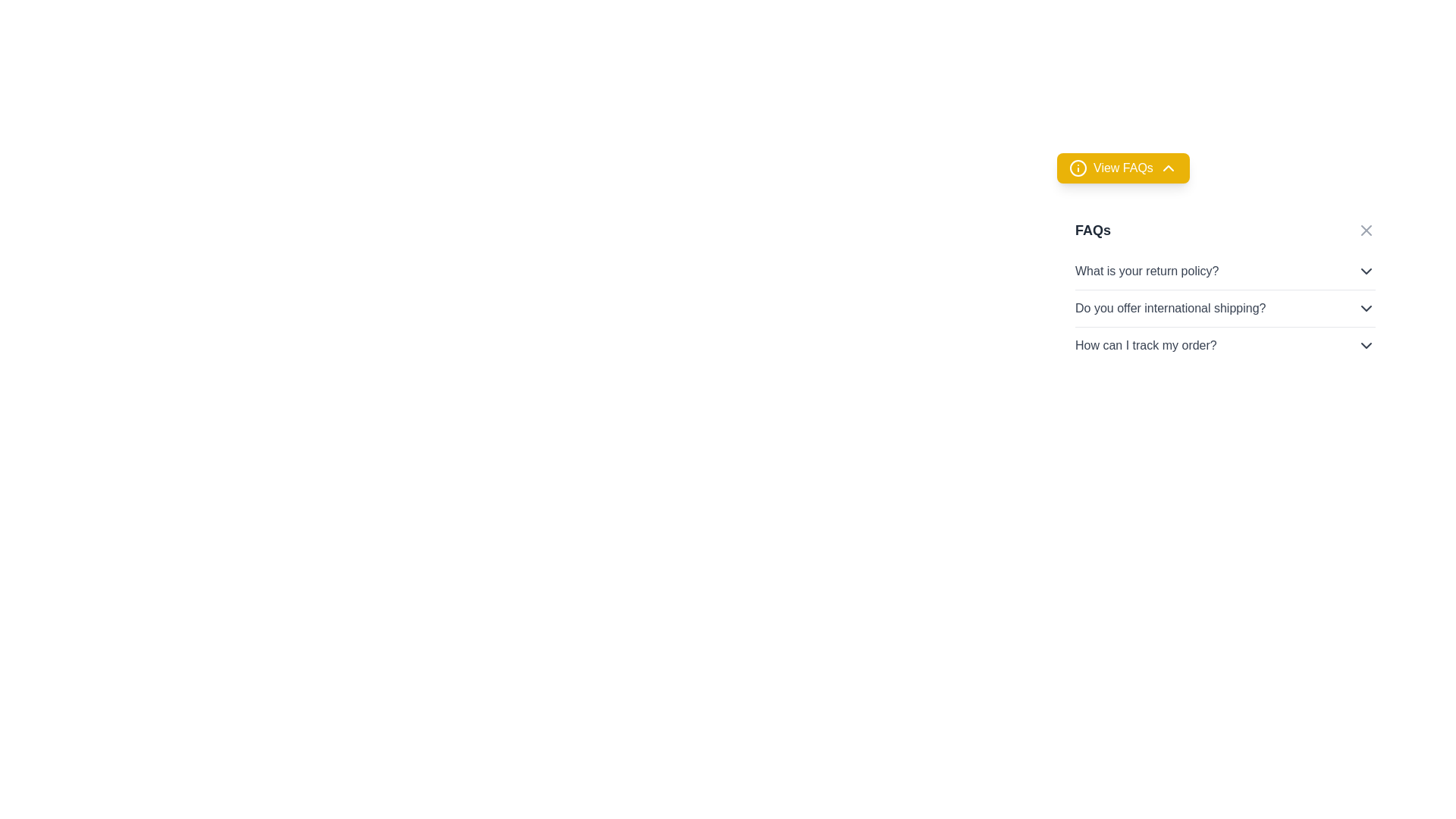 Image resolution: width=1456 pixels, height=819 pixels. What do you see at coordinates (1077, 168) in the screenshot?
I see `the circular information icon with a yellow background and 'i' symbol, located to the left of the 'View FAQs' button` at bounding box center [1077, 168].